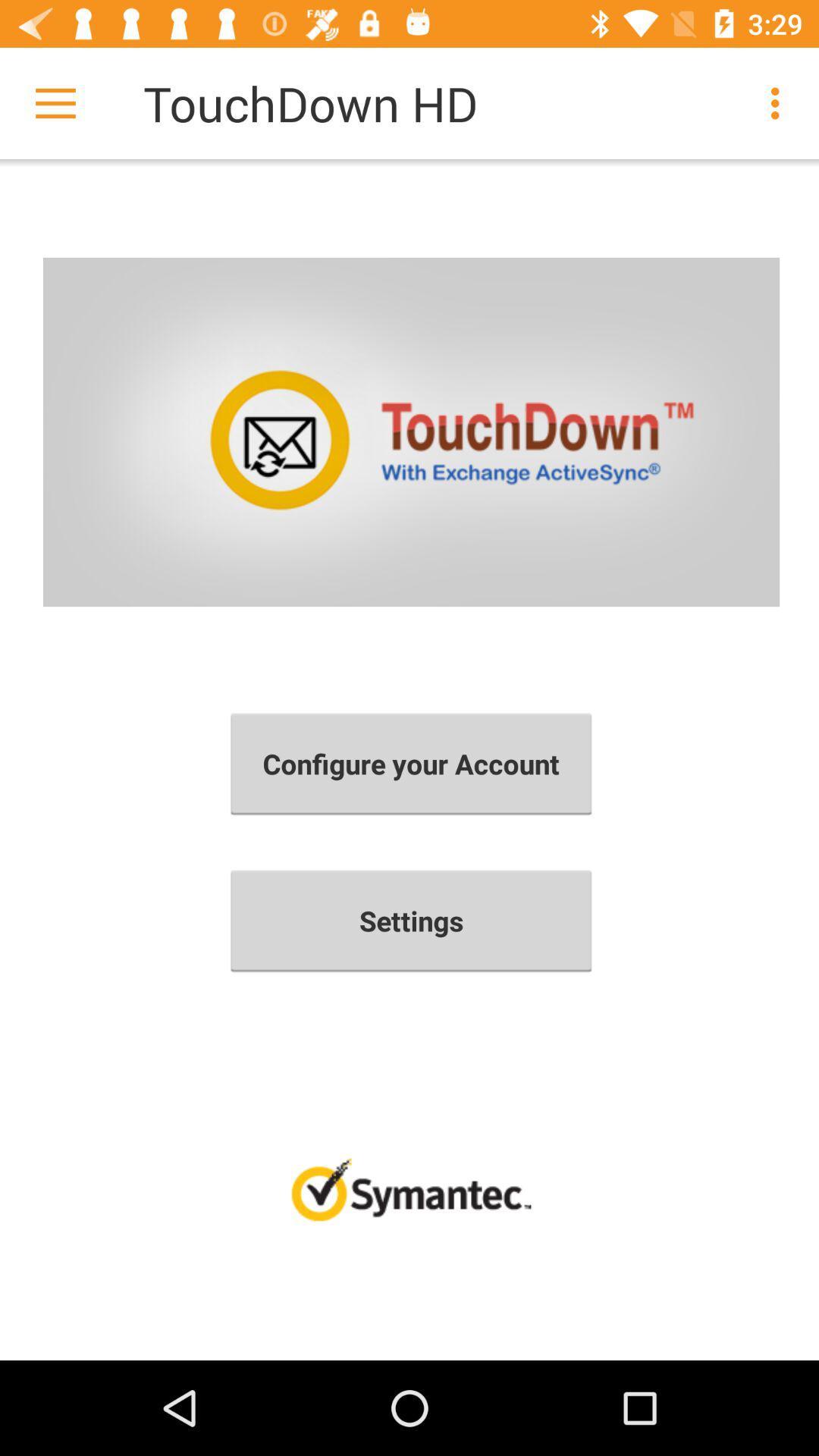  I want to click on the settings, so click(411, 920).